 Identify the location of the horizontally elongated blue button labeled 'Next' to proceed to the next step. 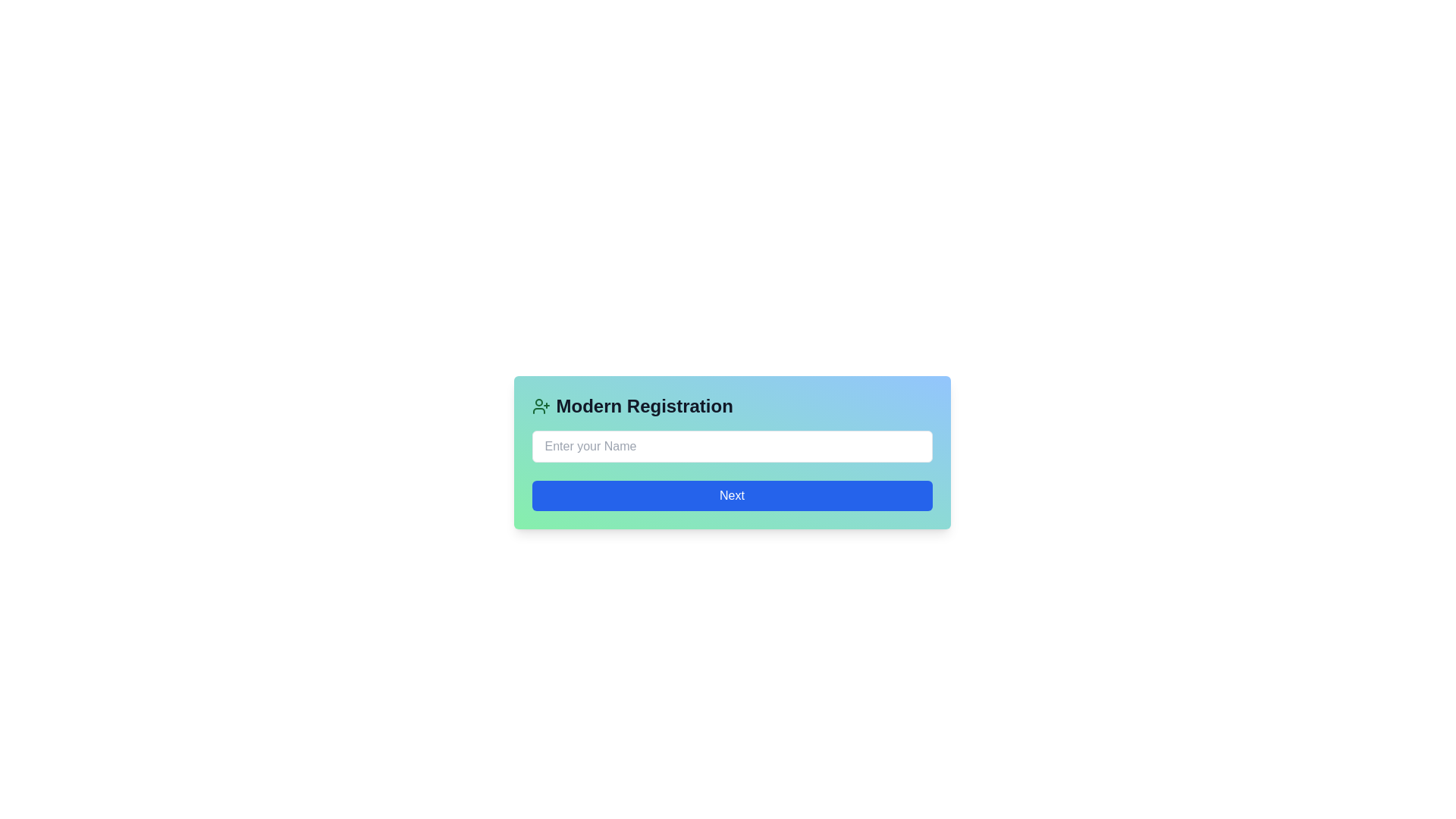
(732, 496).